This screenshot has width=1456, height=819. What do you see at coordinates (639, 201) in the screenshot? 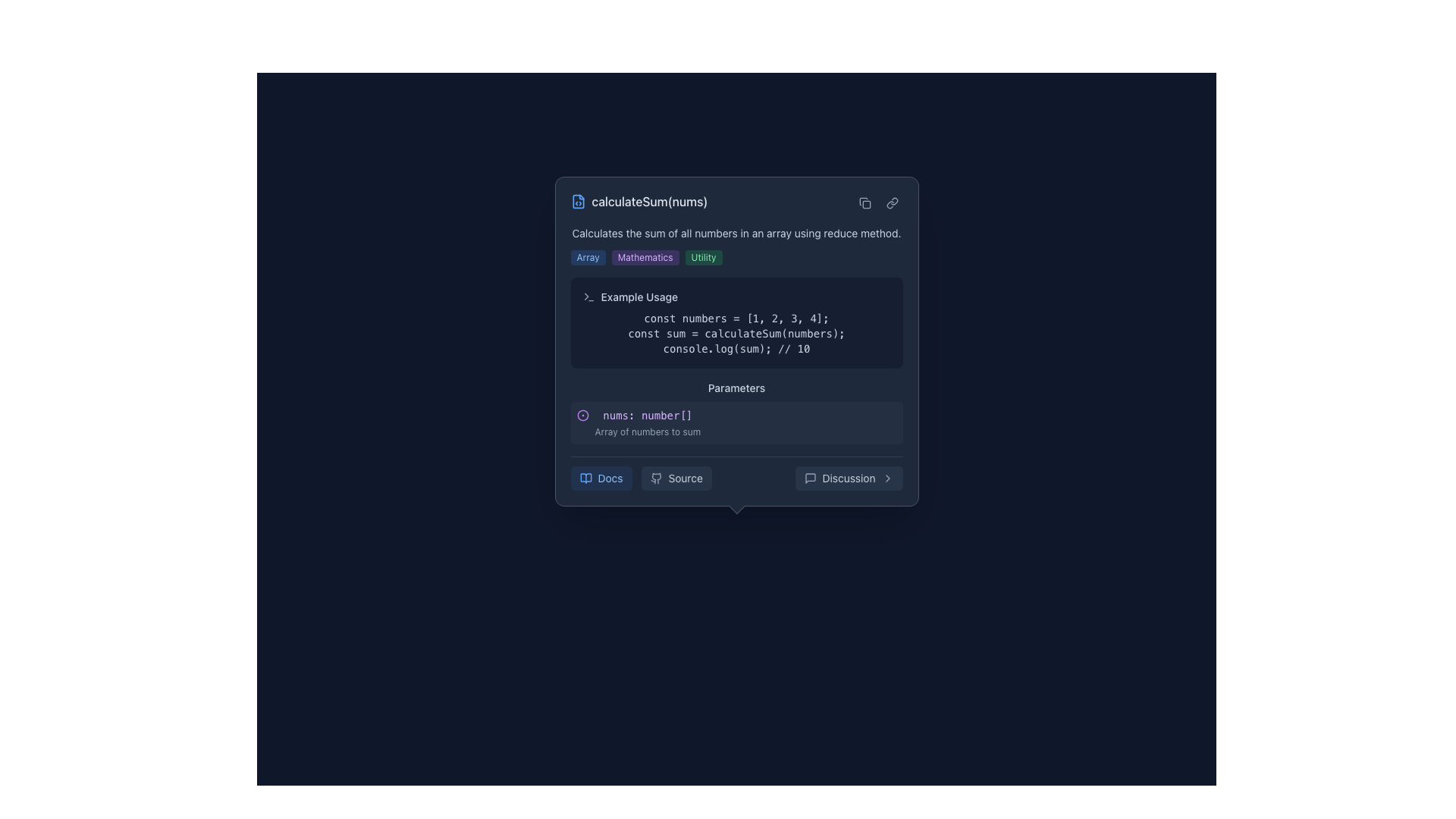
I see `function name displayed in the Label with an icon located at the top of the component` at bounding box center [639, 201].